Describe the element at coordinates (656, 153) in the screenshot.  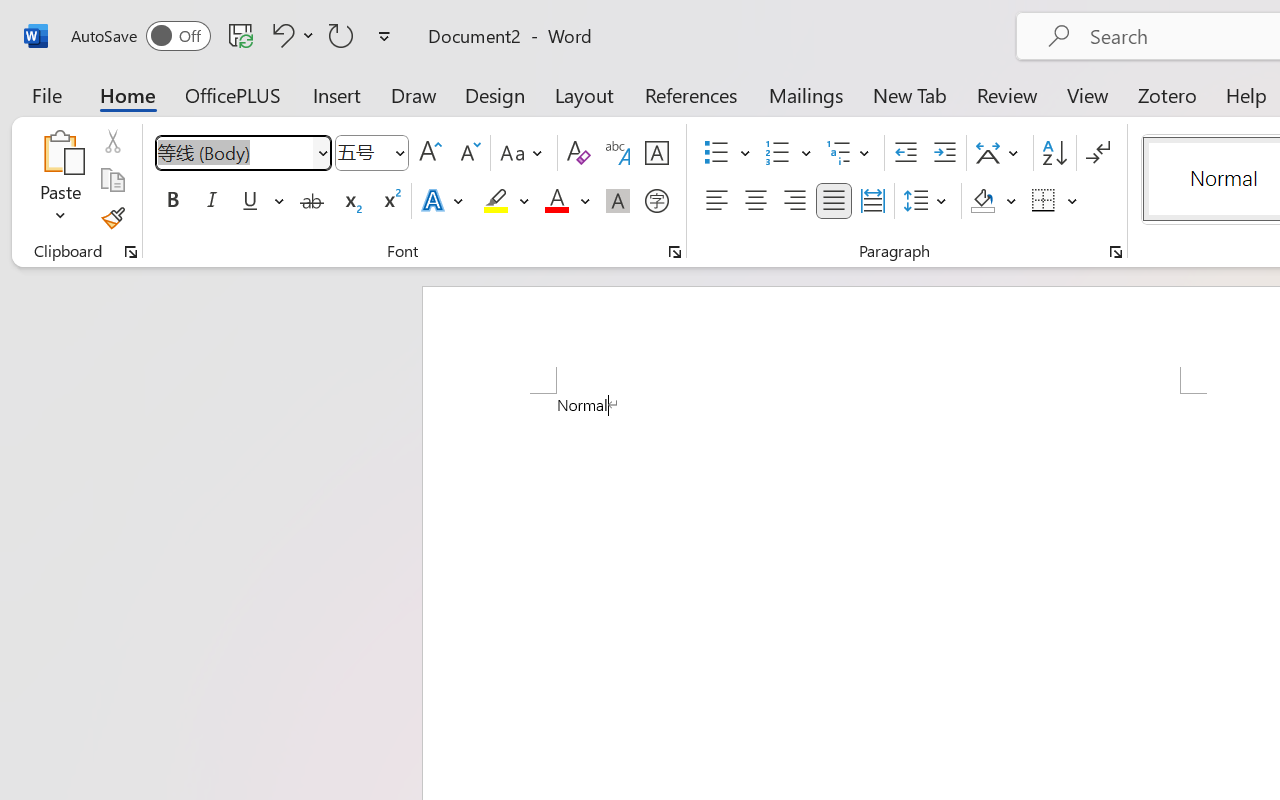
I see `'Character Border'` at that location.